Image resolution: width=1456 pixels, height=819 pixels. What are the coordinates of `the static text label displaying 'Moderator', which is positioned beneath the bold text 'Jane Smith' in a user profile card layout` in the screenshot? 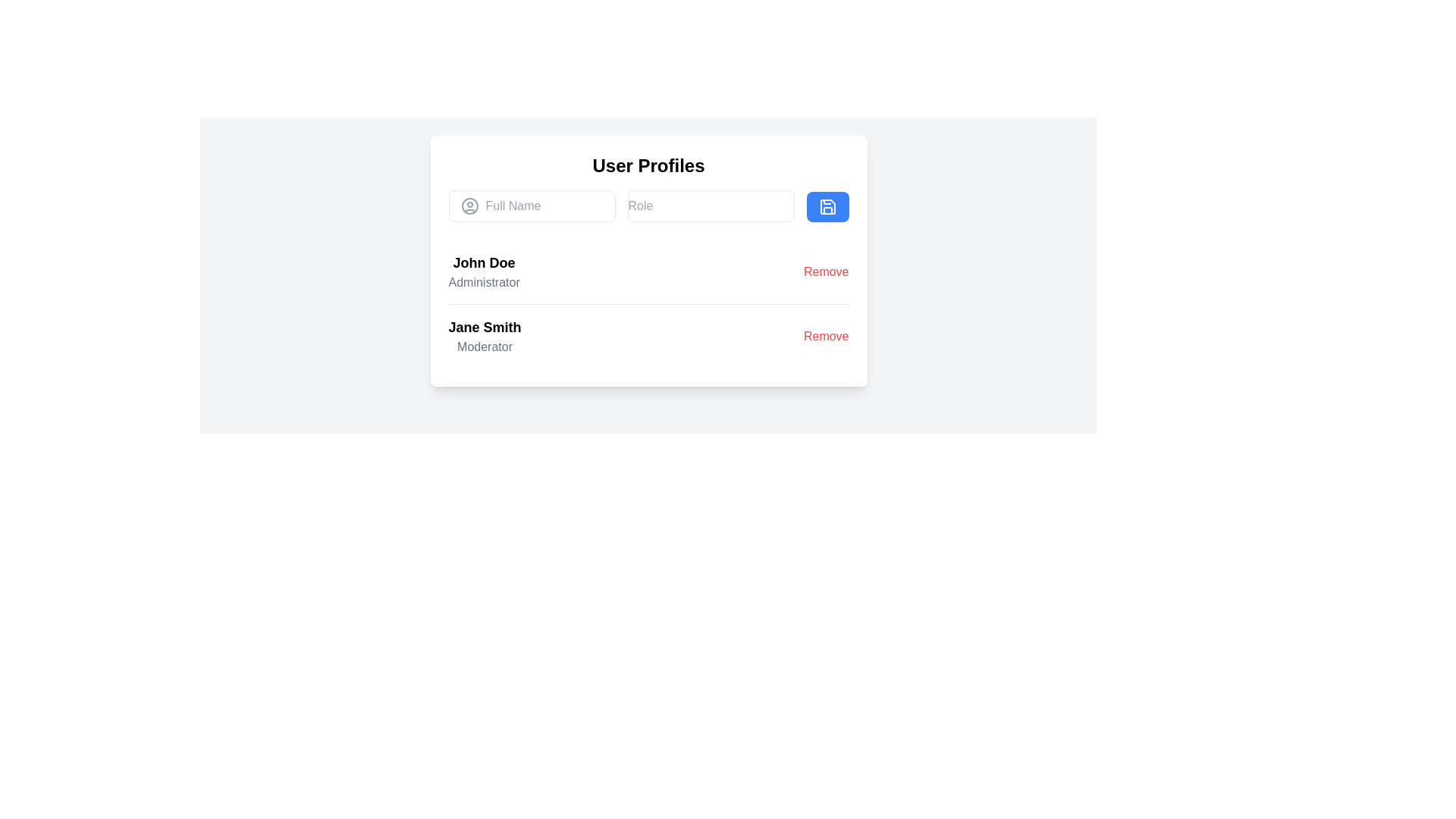 It's located at (484, 347).